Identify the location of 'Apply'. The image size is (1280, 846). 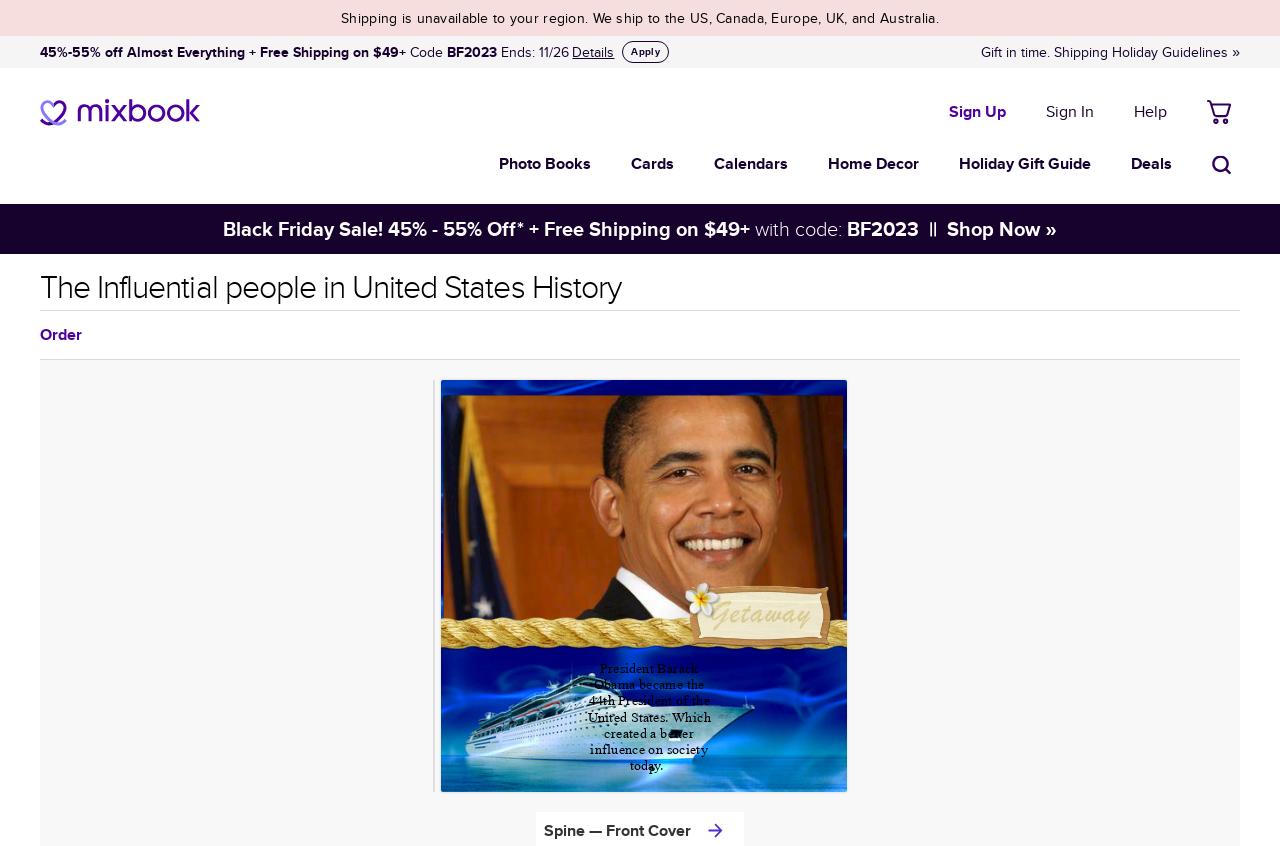
(645, 49).